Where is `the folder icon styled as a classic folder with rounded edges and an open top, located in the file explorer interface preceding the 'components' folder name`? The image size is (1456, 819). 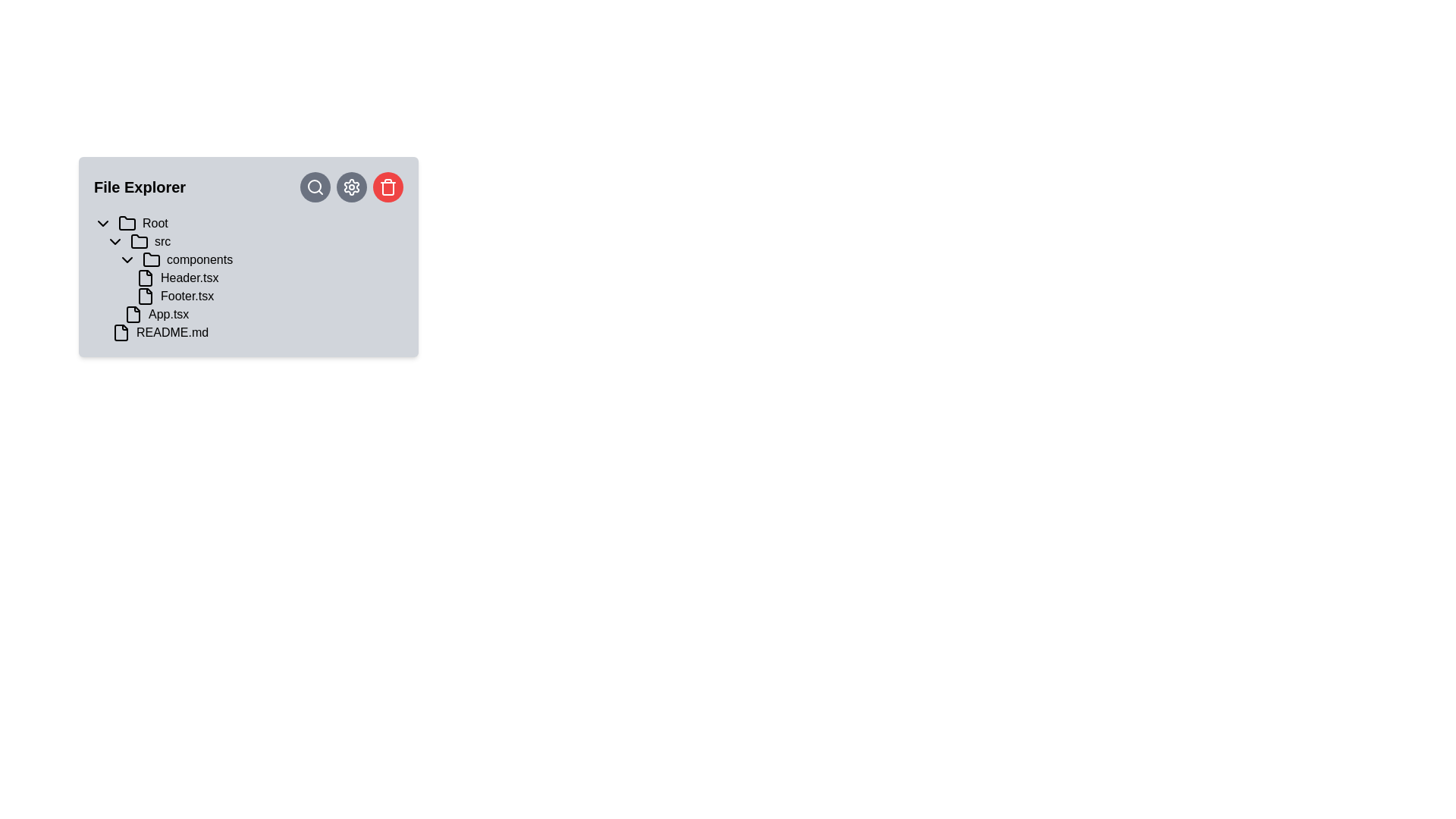 the folder icon styled as a classic folder with rounded edges and an open top, located in the file explorer interface preceding the 'components' folder name is located at coordinates (152, 259).